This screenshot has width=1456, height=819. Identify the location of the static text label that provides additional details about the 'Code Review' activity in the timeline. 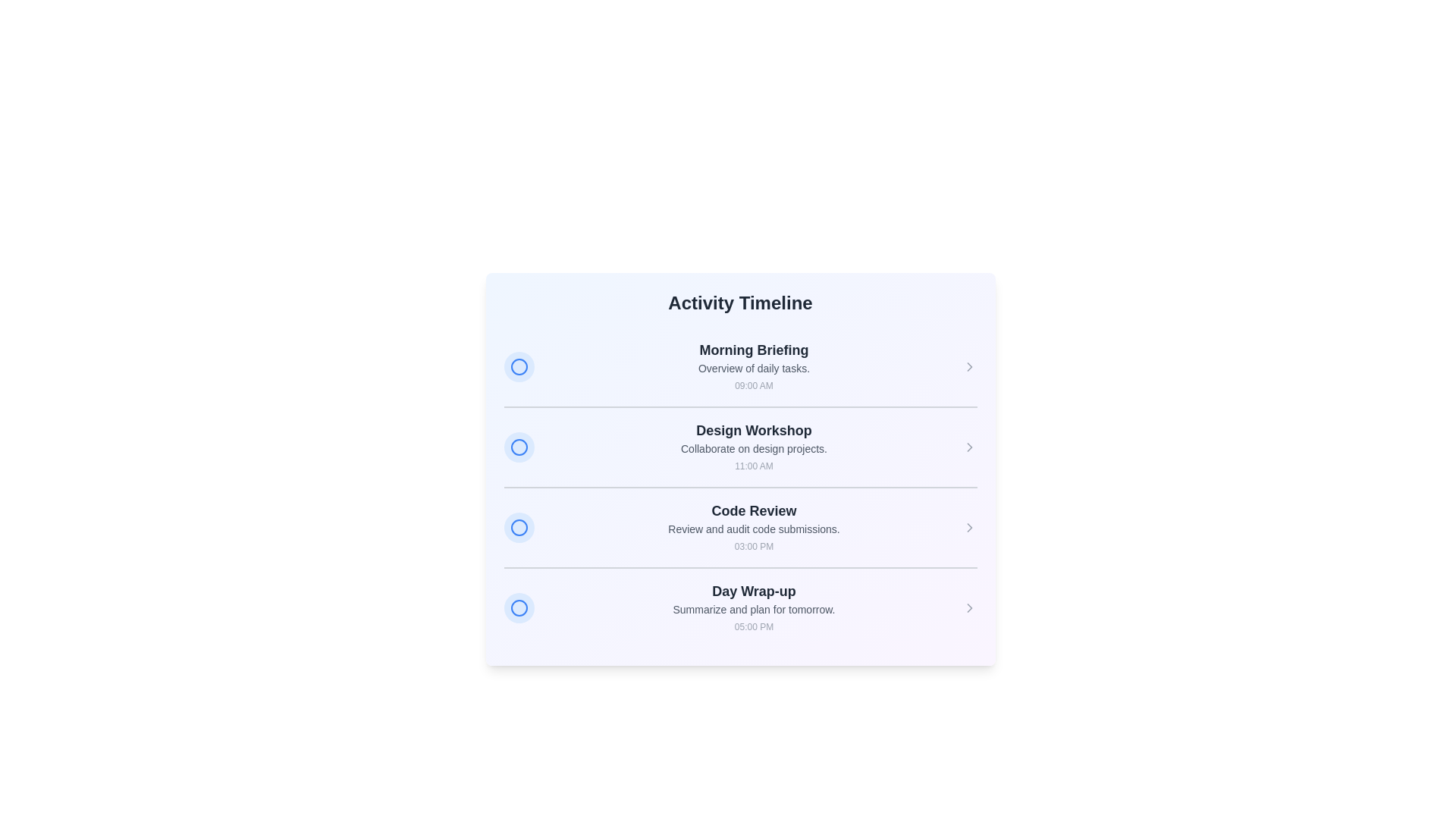
(754, 529).